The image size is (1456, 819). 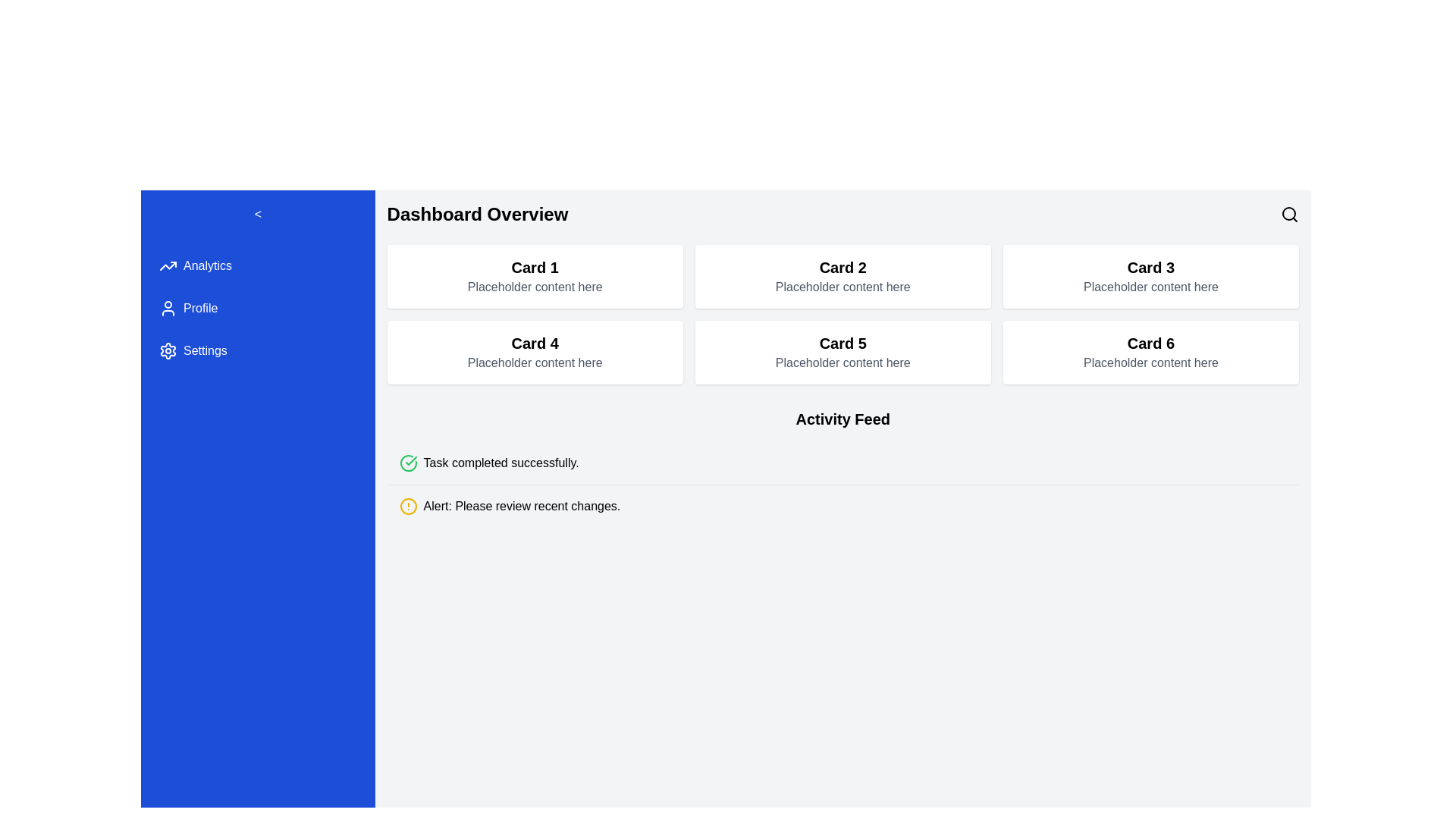 I want to click on the yellow circular outline icon within the alert message box, located next to the text 'Alert: Please review recent changes.', so click(x=408, y=506).